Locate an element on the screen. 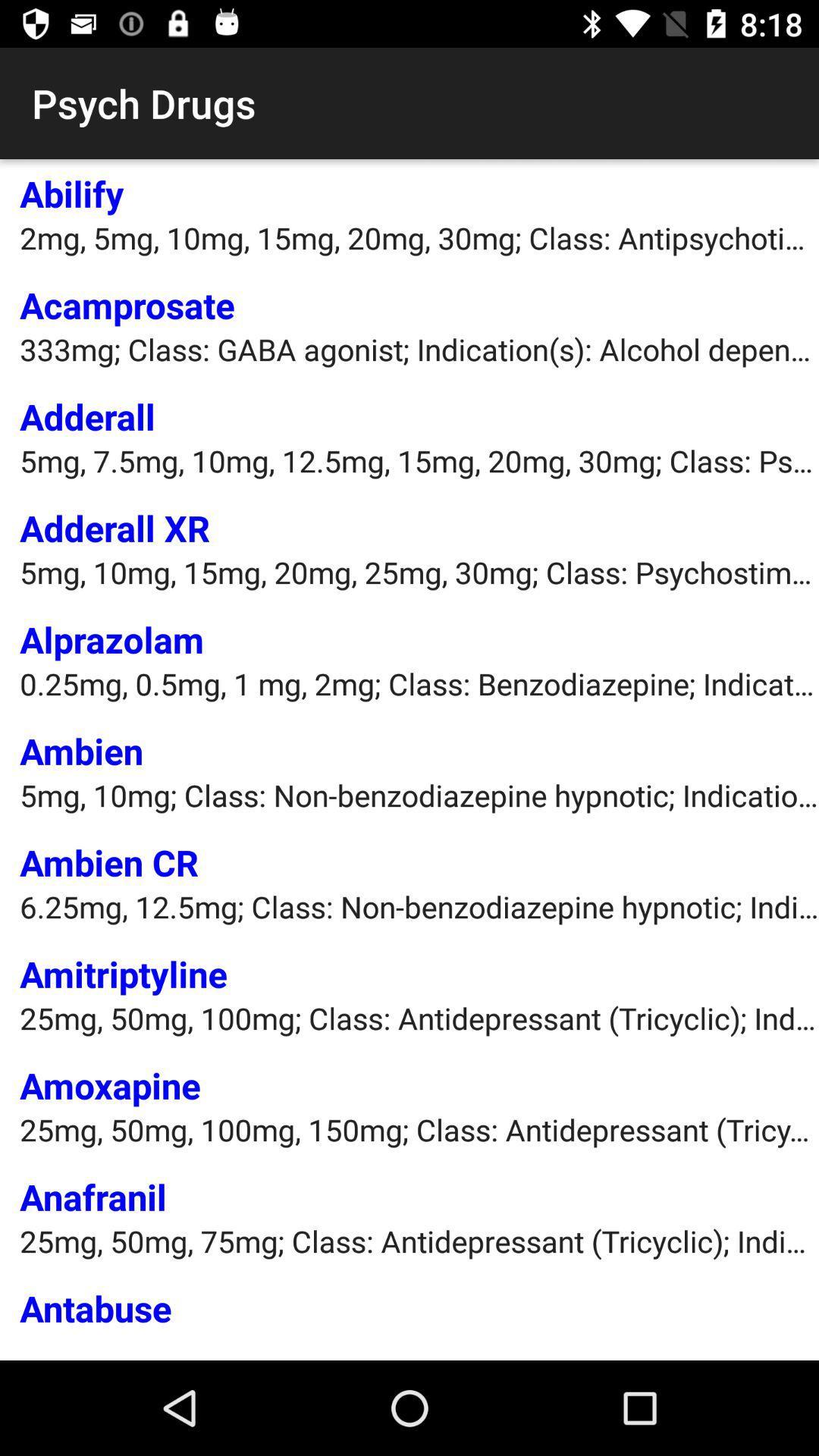 This screenshot has width=819, height=1456. app below the 25mg 50mg 75mg icon is located at coordinates (96, 1307).